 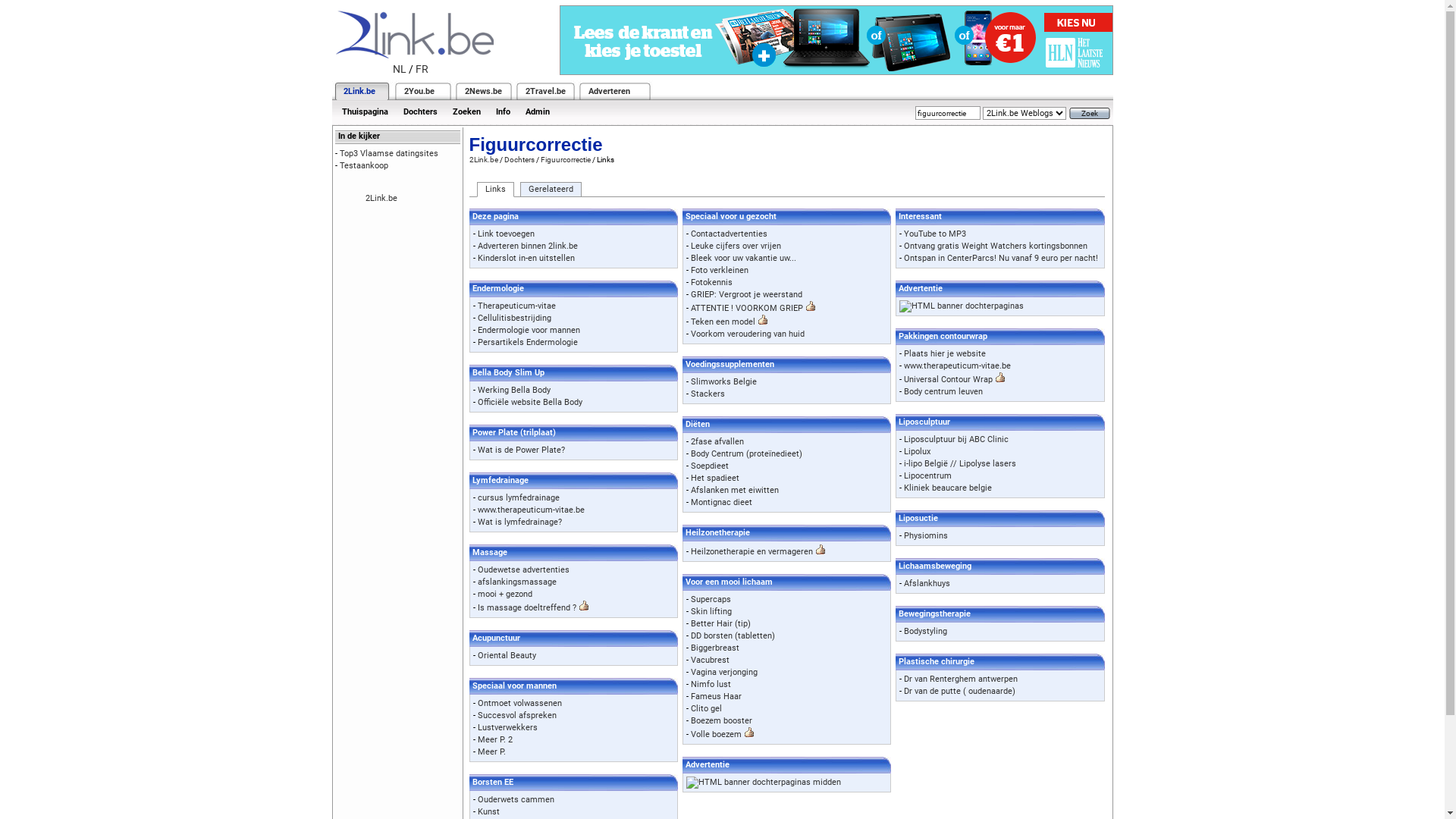 I want to click on 'Oriental Beauty', so click(x=507, y=654).